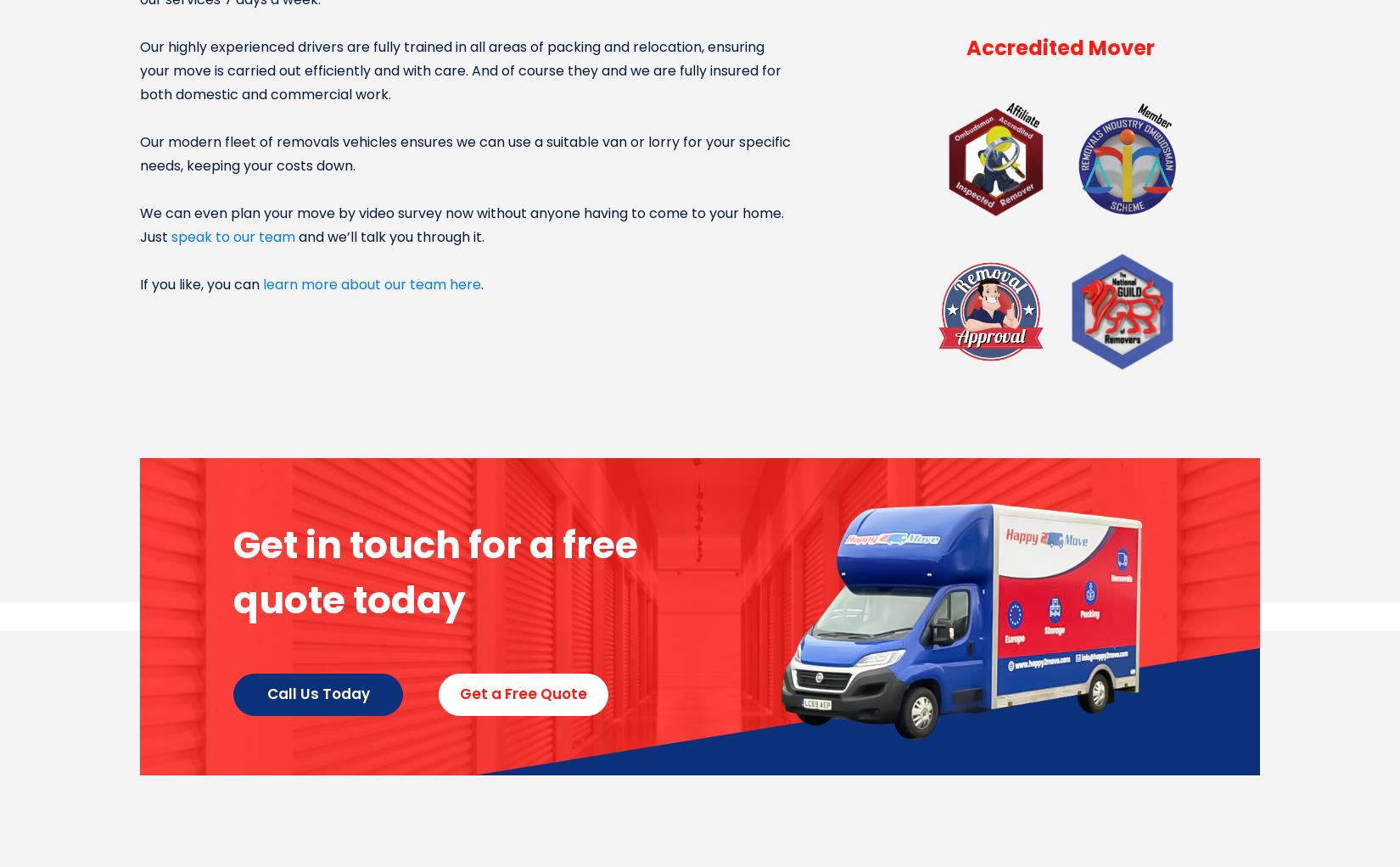 The width and height of the screenshot is (1400, 867). What do you see at coordinates (389, 237) in the screenshot?
I see `'and we’ll talk you through it.'` at bounding box center [389, 237].